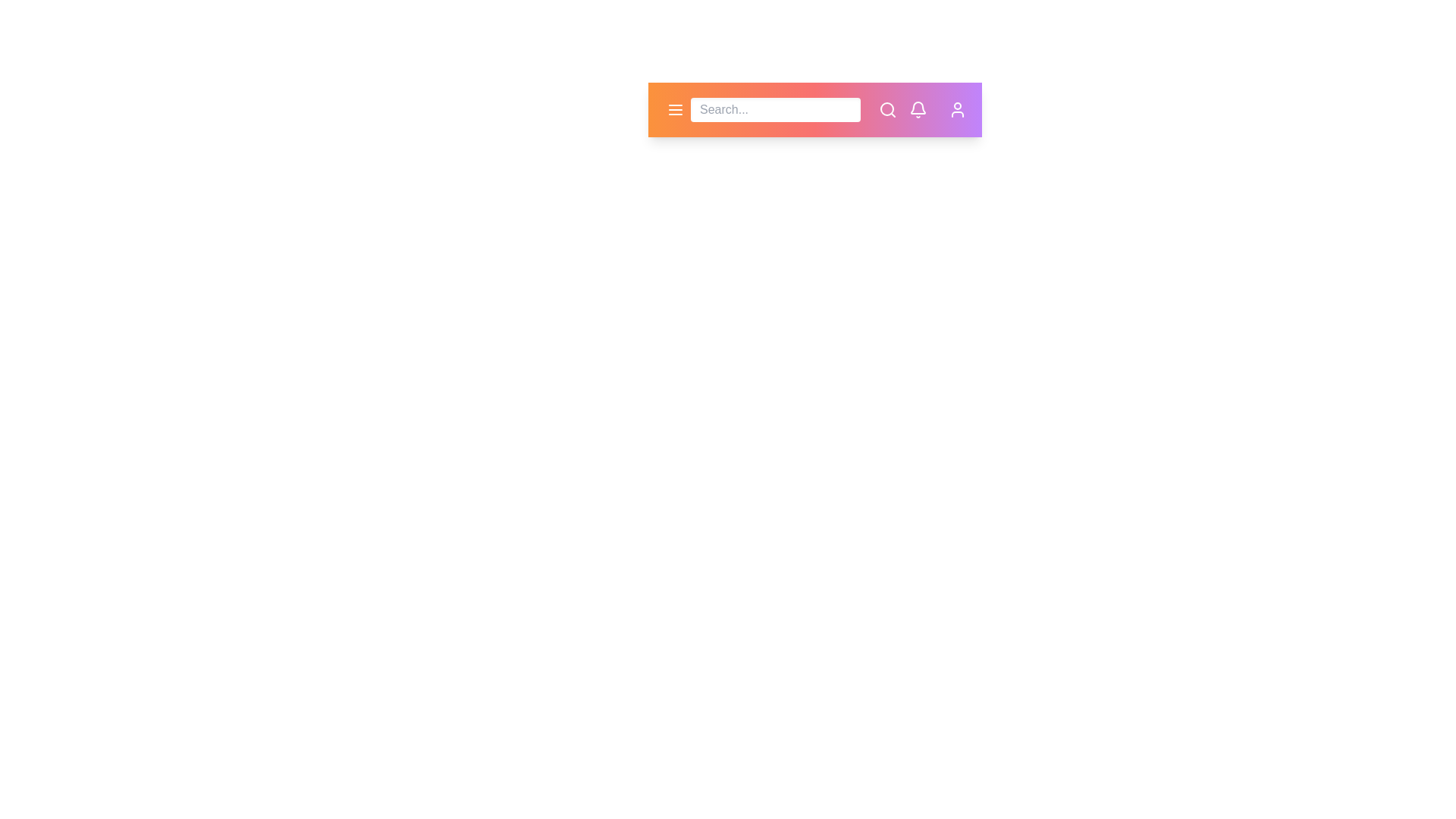  What do you see at coordinates (917, 109) in the screenshot?
I see `the notification bell icon` at bounding box center [917, 109].